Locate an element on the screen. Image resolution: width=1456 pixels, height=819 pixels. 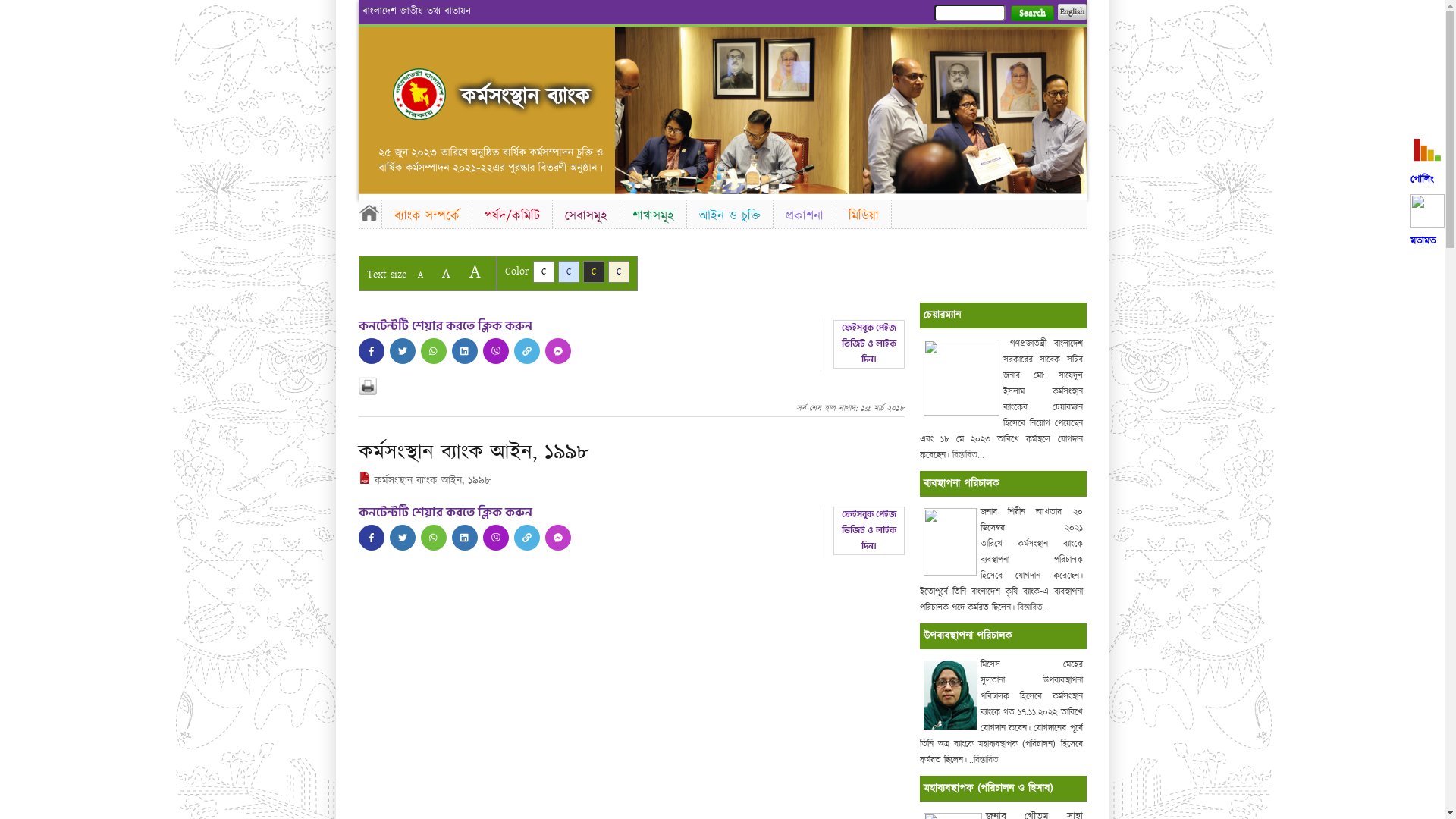
'A' is located at coordinates (444, 273).